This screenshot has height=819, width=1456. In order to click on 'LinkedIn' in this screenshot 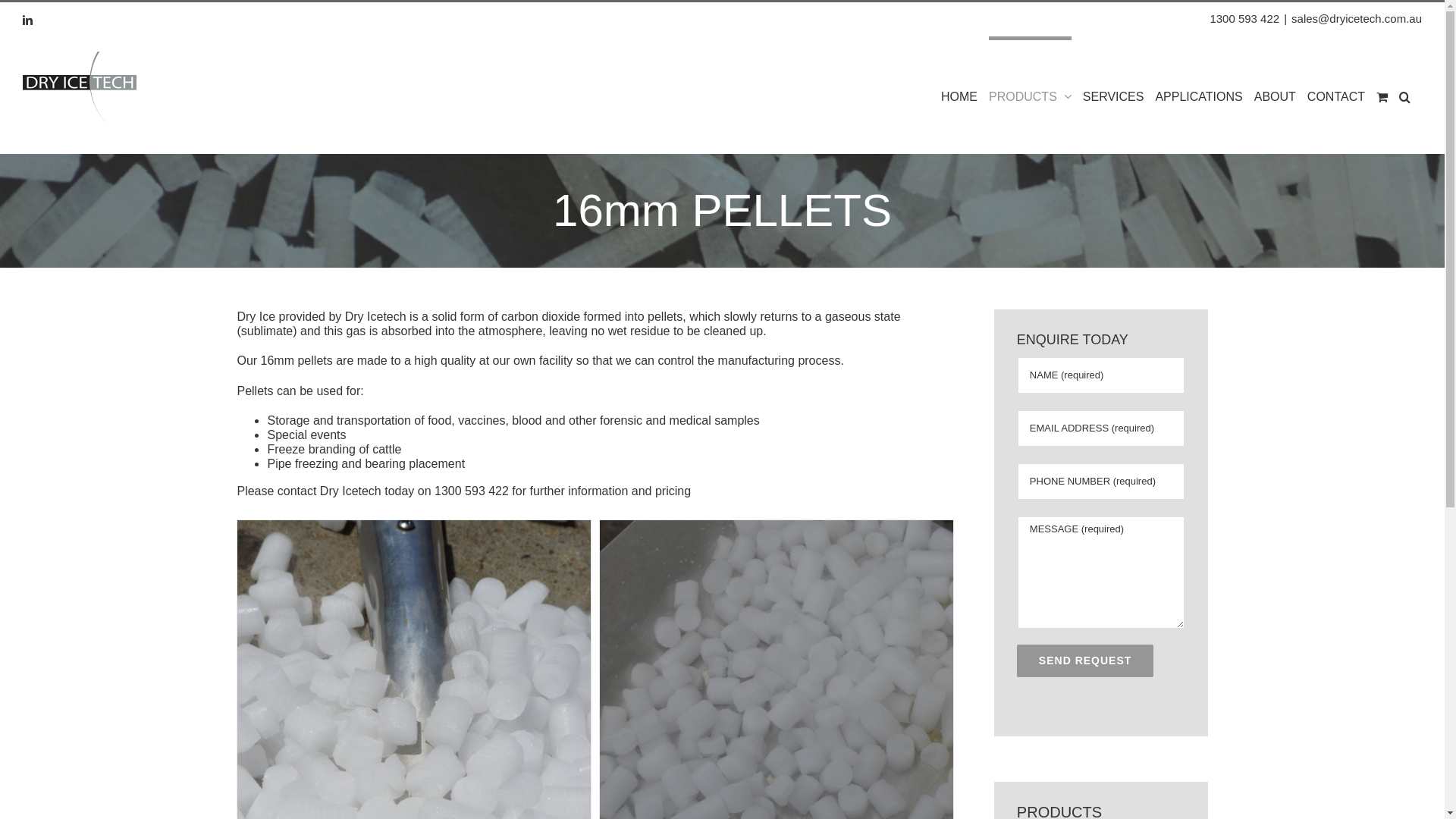, I will do `click(22, 20)`.